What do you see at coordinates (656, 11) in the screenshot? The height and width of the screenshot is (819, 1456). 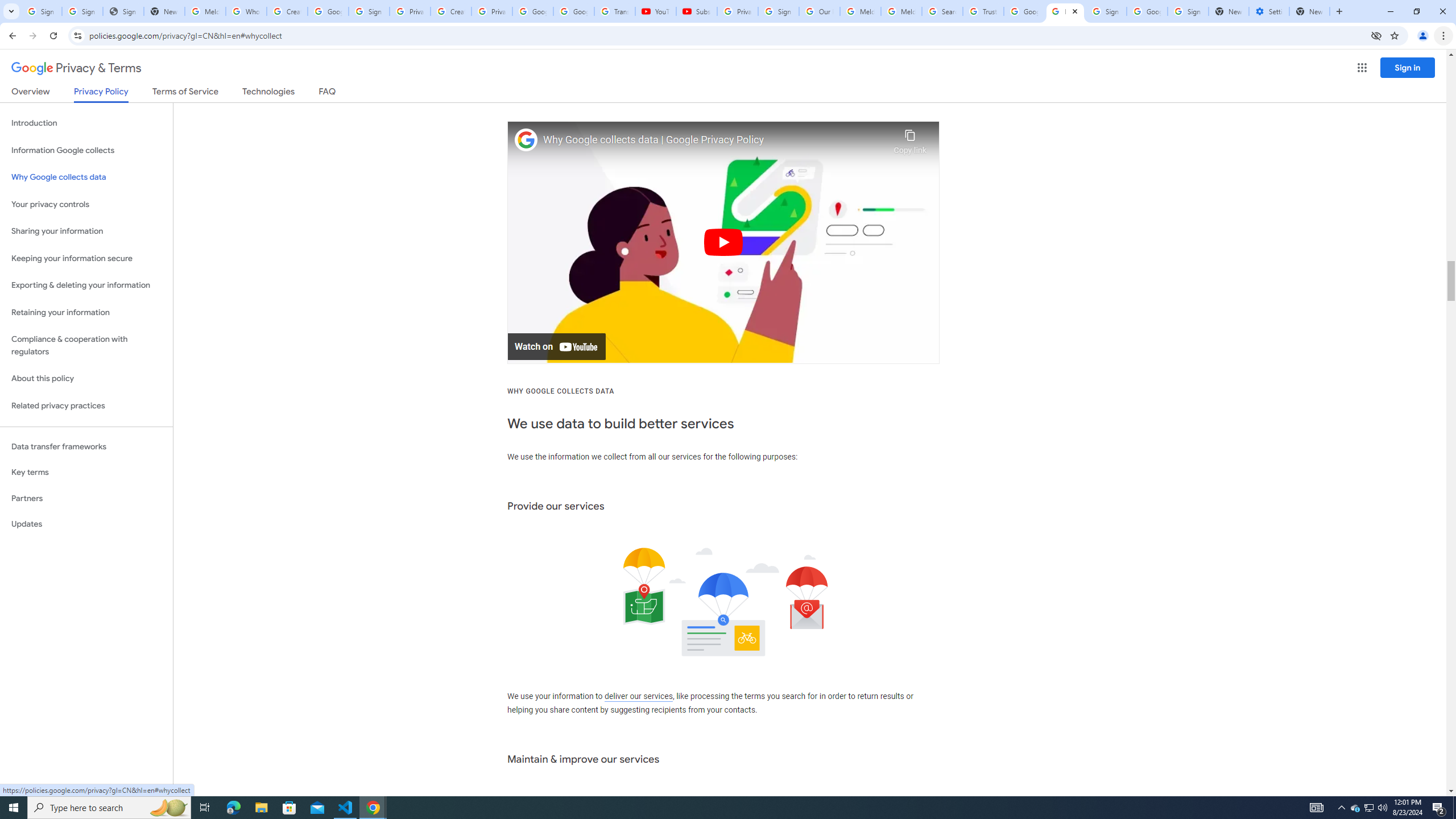 I see `'YouTube'` at bounding box center [656, 11].